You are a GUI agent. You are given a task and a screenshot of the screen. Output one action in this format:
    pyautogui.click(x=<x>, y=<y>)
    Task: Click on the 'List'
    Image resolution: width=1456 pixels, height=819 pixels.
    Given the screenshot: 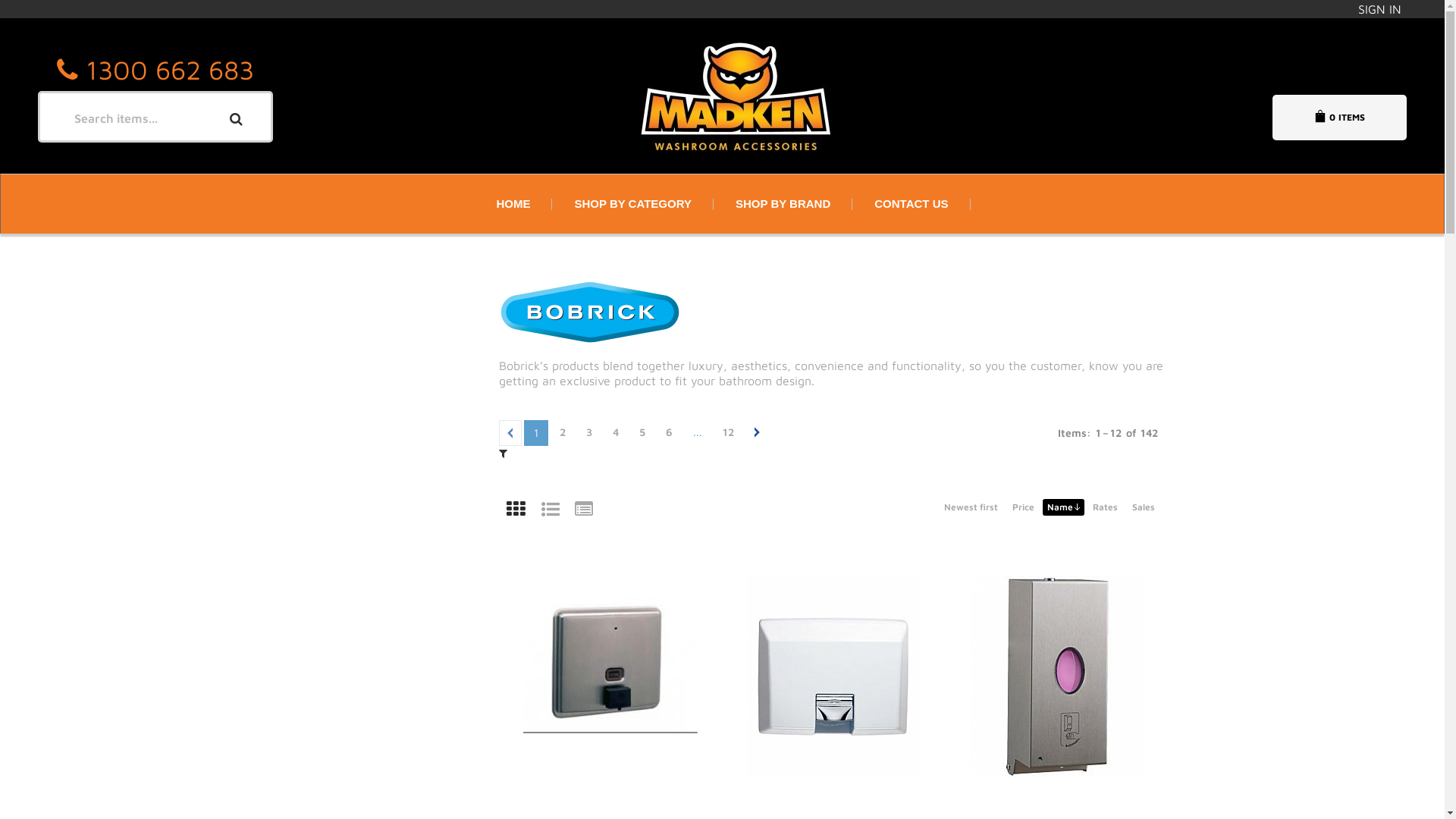 What is the action you would take?
    pyautogui.click(x=549, y=509)
    